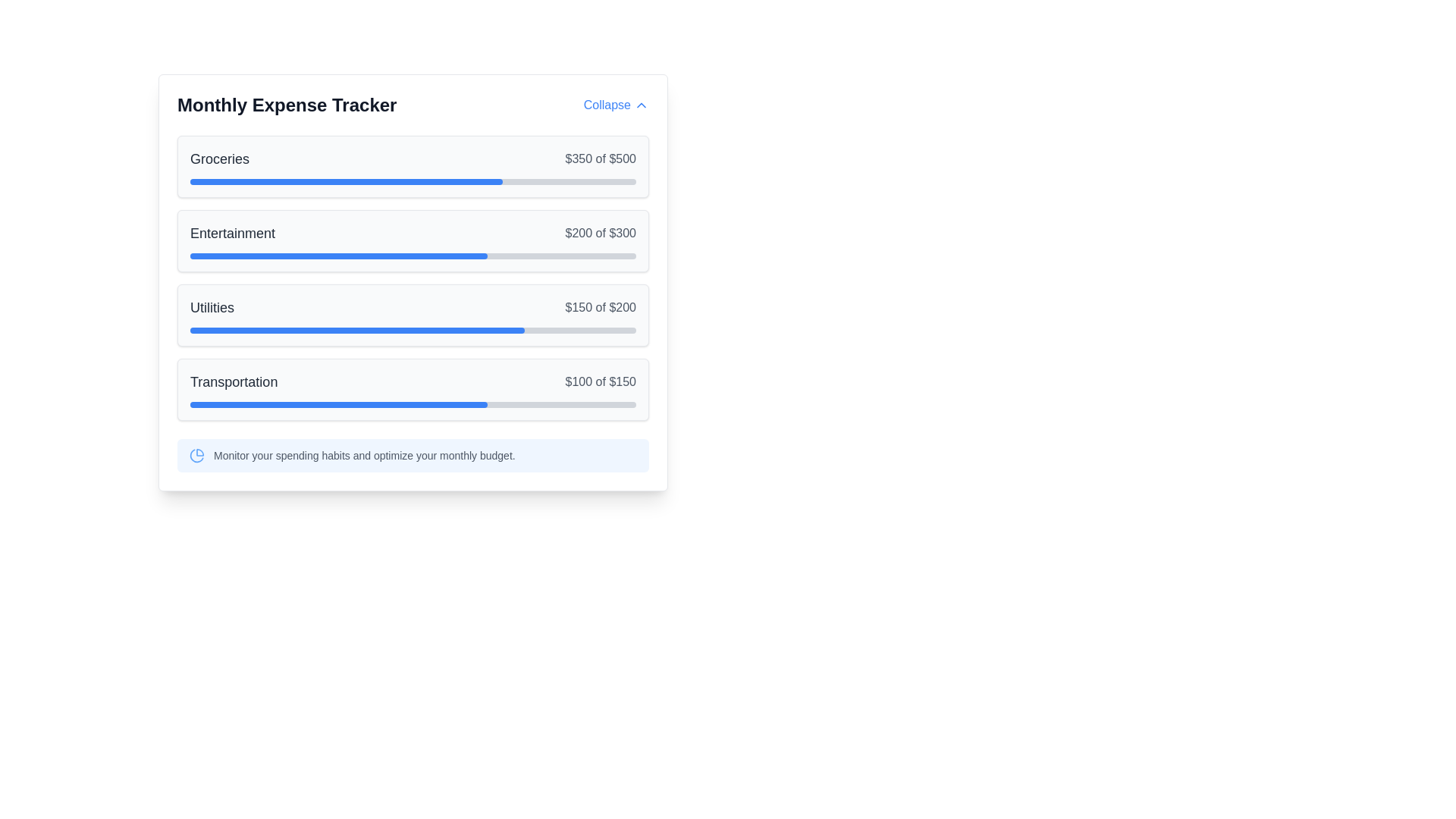 This screenshot has height=819, width=1456. I want to click on the chevron icon with a thin black outline and upward-pointing arrow shape, located next to the text 'Collapse', so click(641, 104).